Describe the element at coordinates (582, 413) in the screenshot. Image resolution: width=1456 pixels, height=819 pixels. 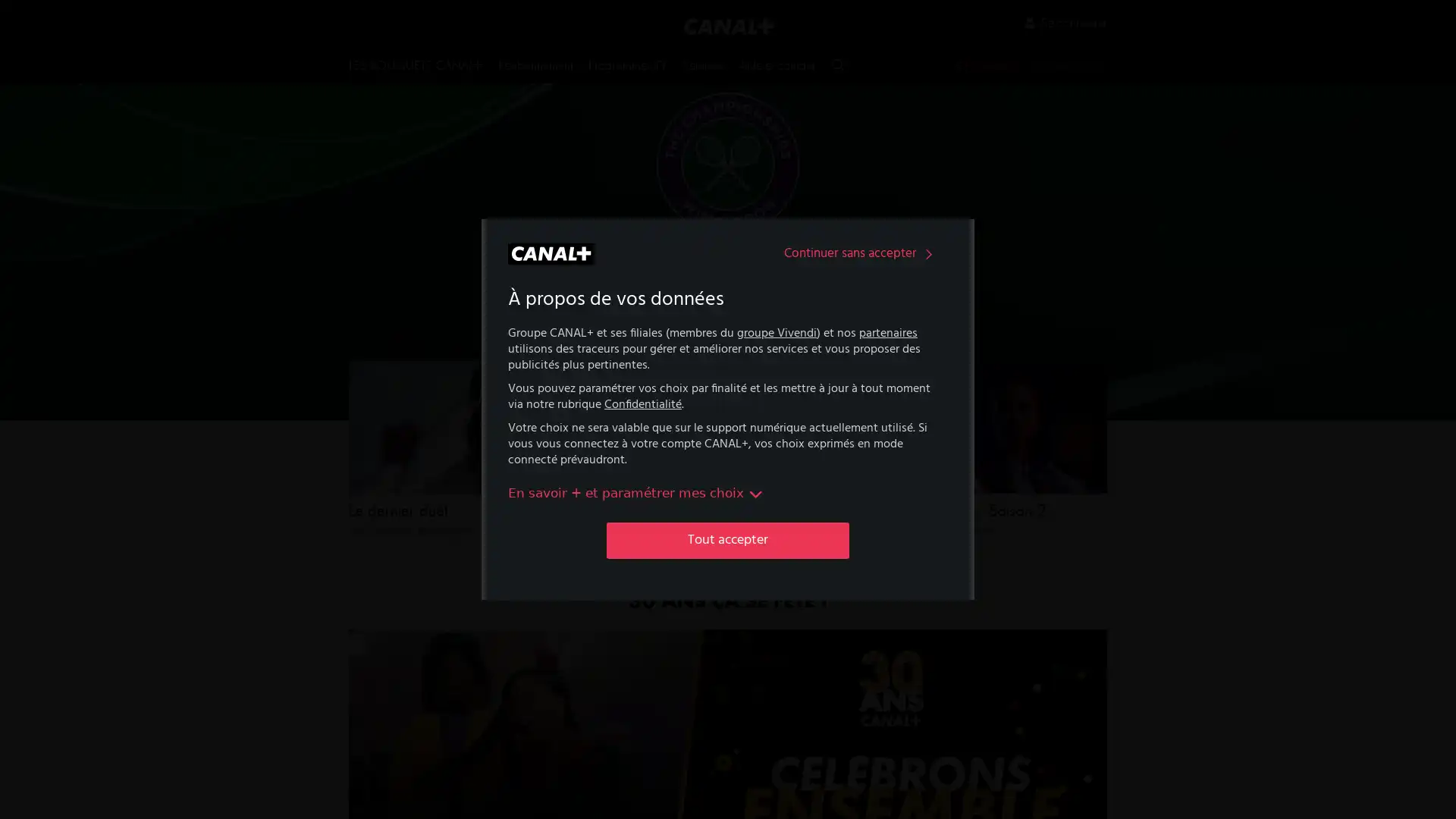
I see `Cameroun` at that location.